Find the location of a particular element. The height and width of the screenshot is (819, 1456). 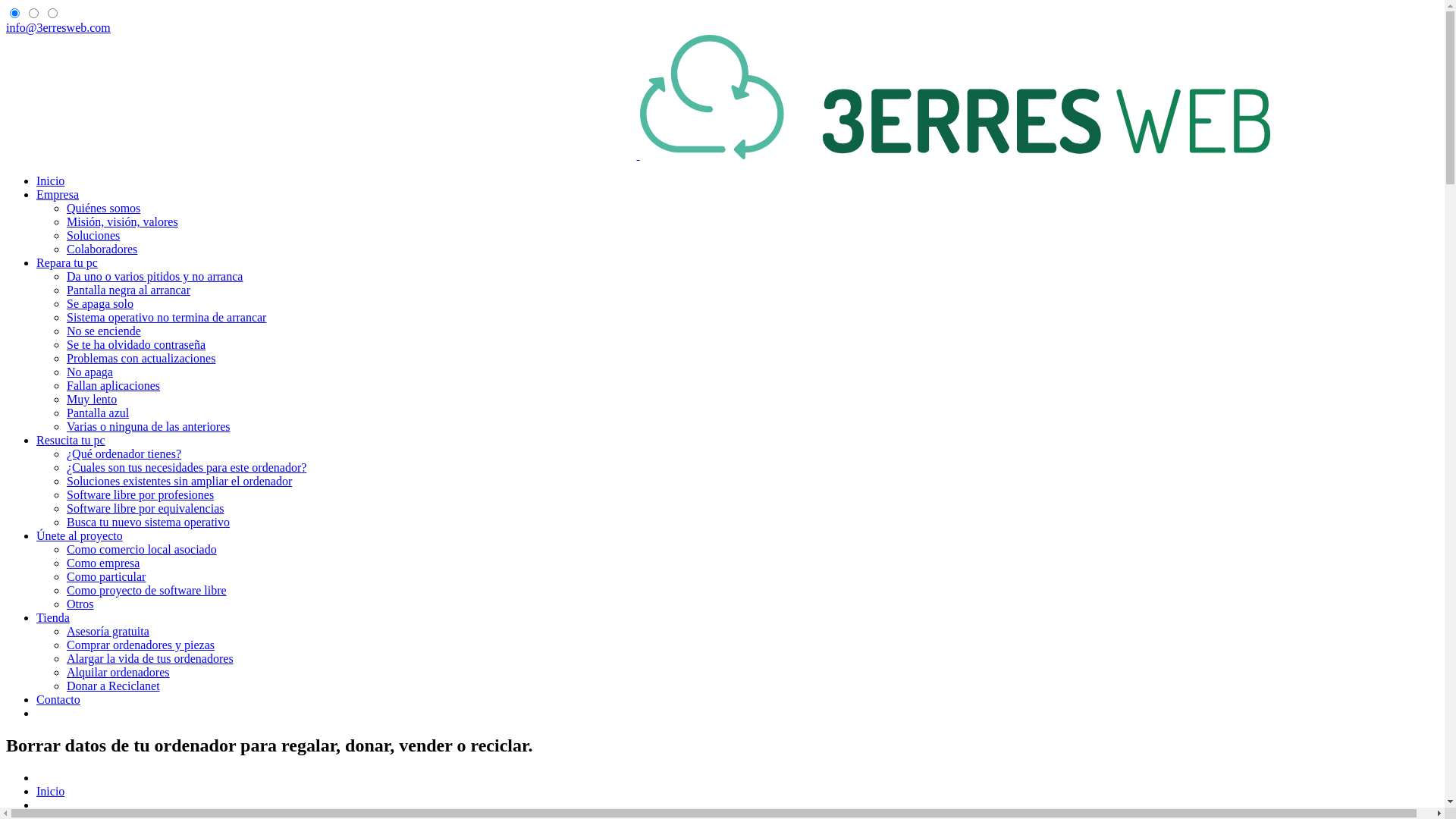

'Alargar la vida de tus ordenadores' is located at coordinates (149, 657).